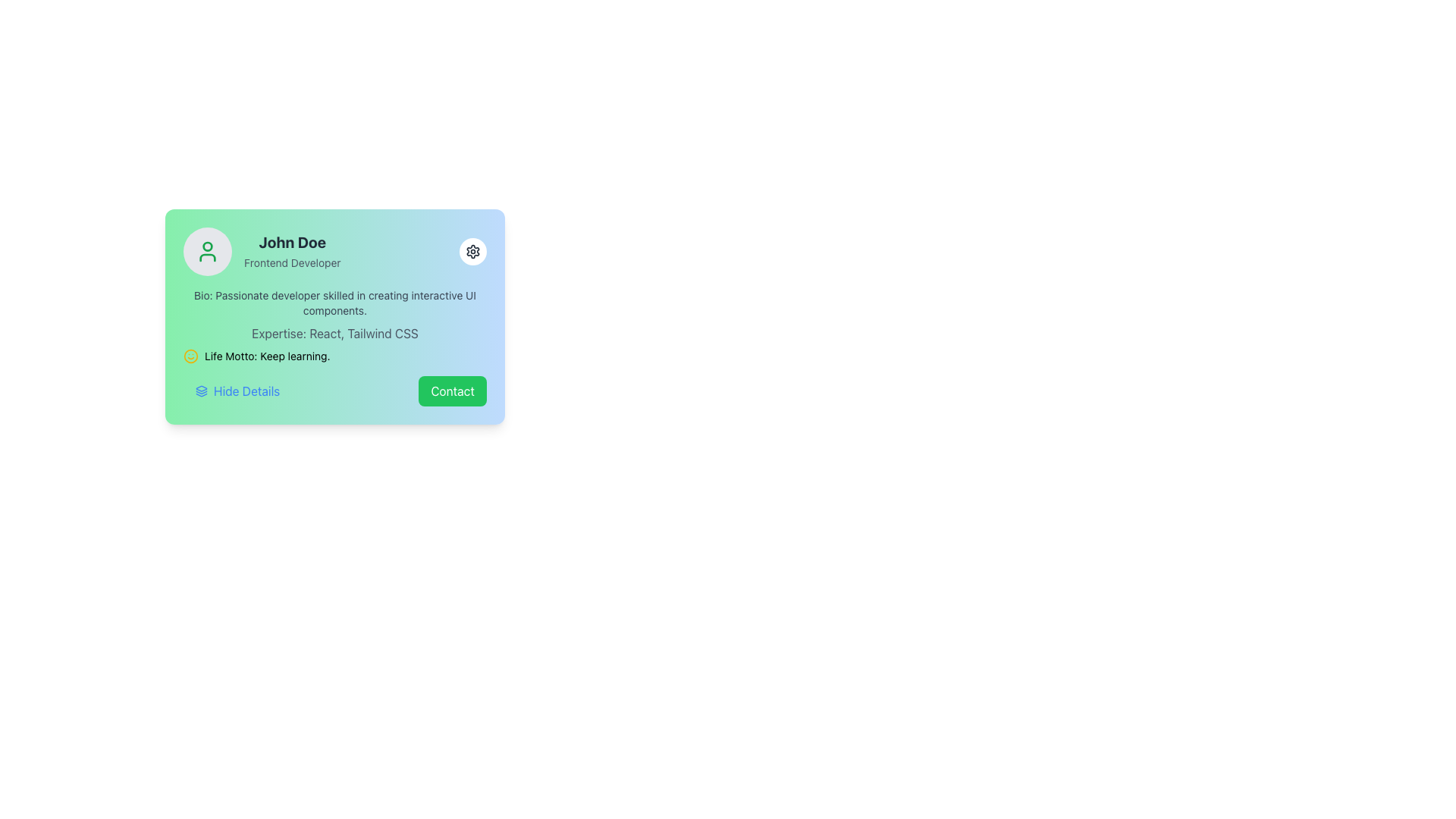 This screenshot has height=819, width=1456. Describe the element at coordinates (334, 325) in the screenshot. I see `Informational Text Block that provides additional information about the user, including their skills, experience, and personal philosophy, located below the username and job title section` at that location.